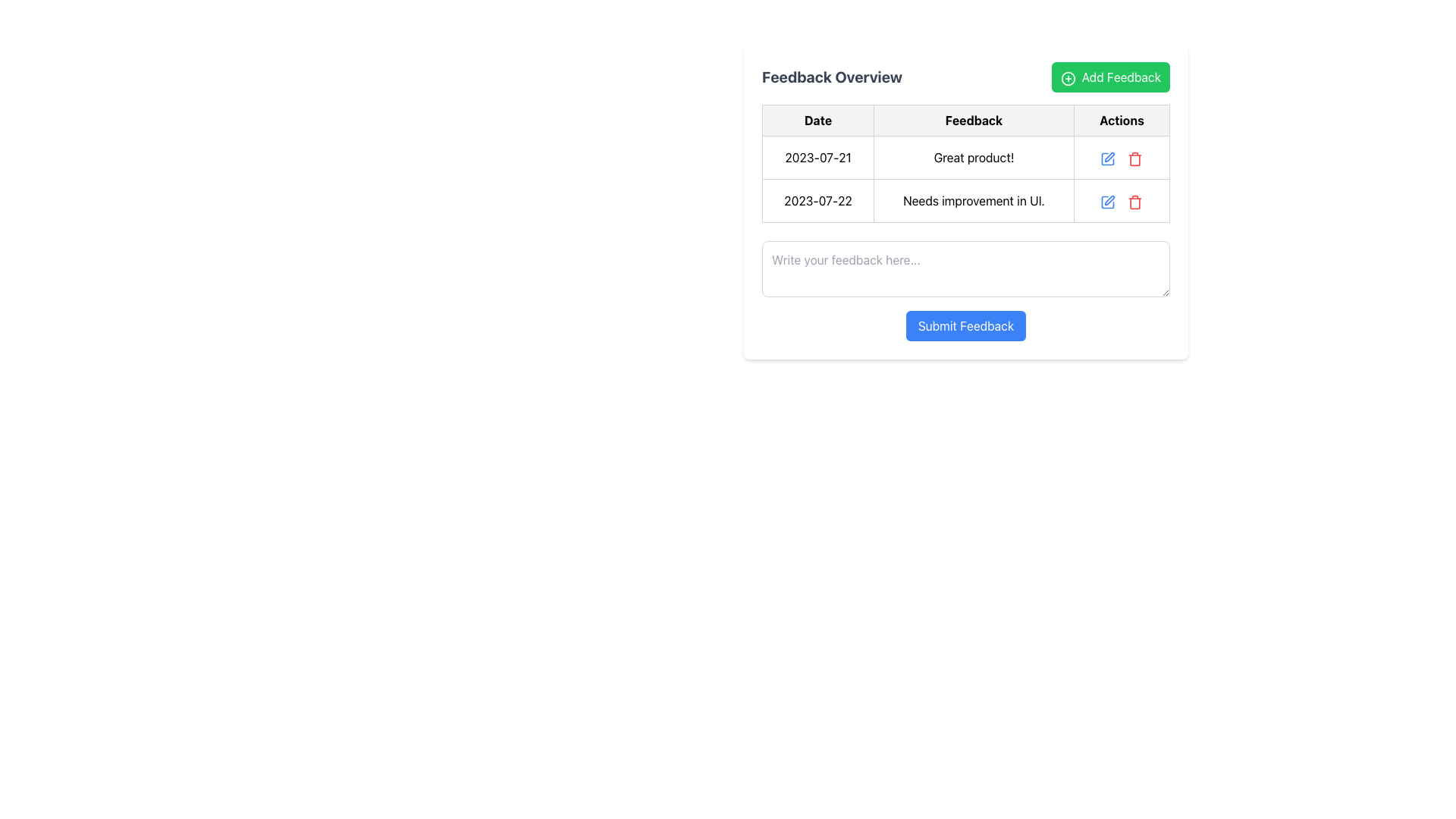  I want to click on the red trash can icon in the 'Actions' column of the second row in the feedback table, so click(1135, 200).